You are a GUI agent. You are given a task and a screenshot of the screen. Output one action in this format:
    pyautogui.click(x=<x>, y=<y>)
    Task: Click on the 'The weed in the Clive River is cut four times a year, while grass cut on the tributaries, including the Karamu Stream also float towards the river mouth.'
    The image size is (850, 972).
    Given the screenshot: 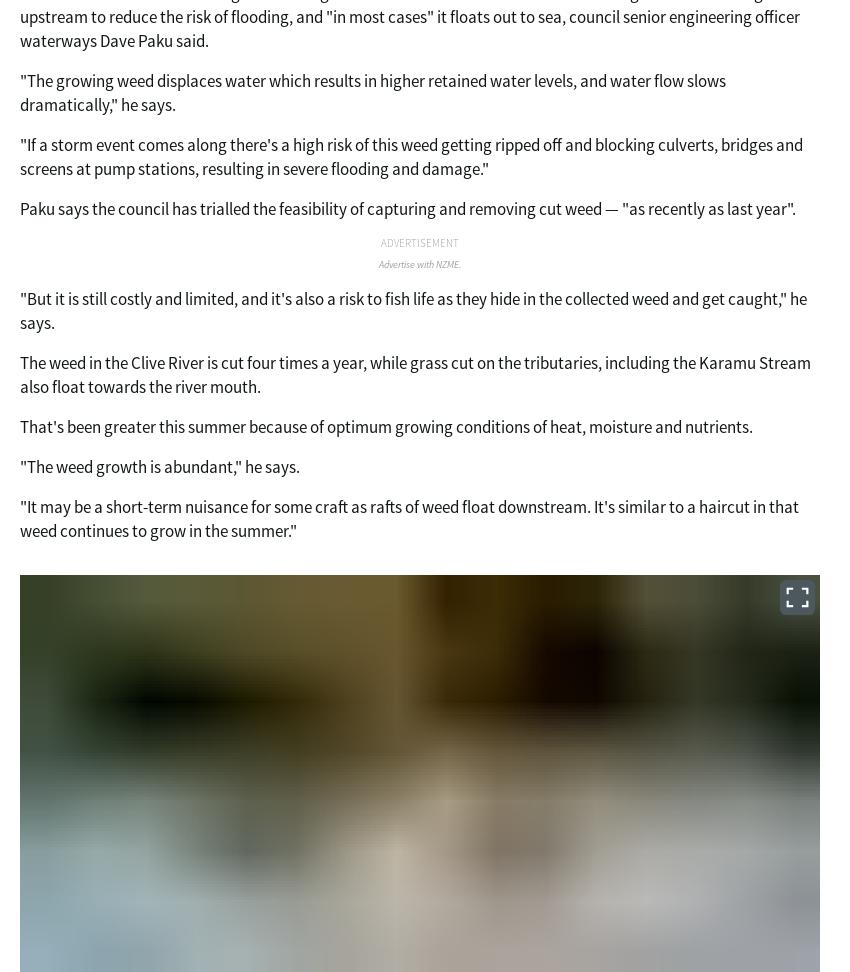 What is the action you would take?
    pyautogui.click(x=415, y=374)
    